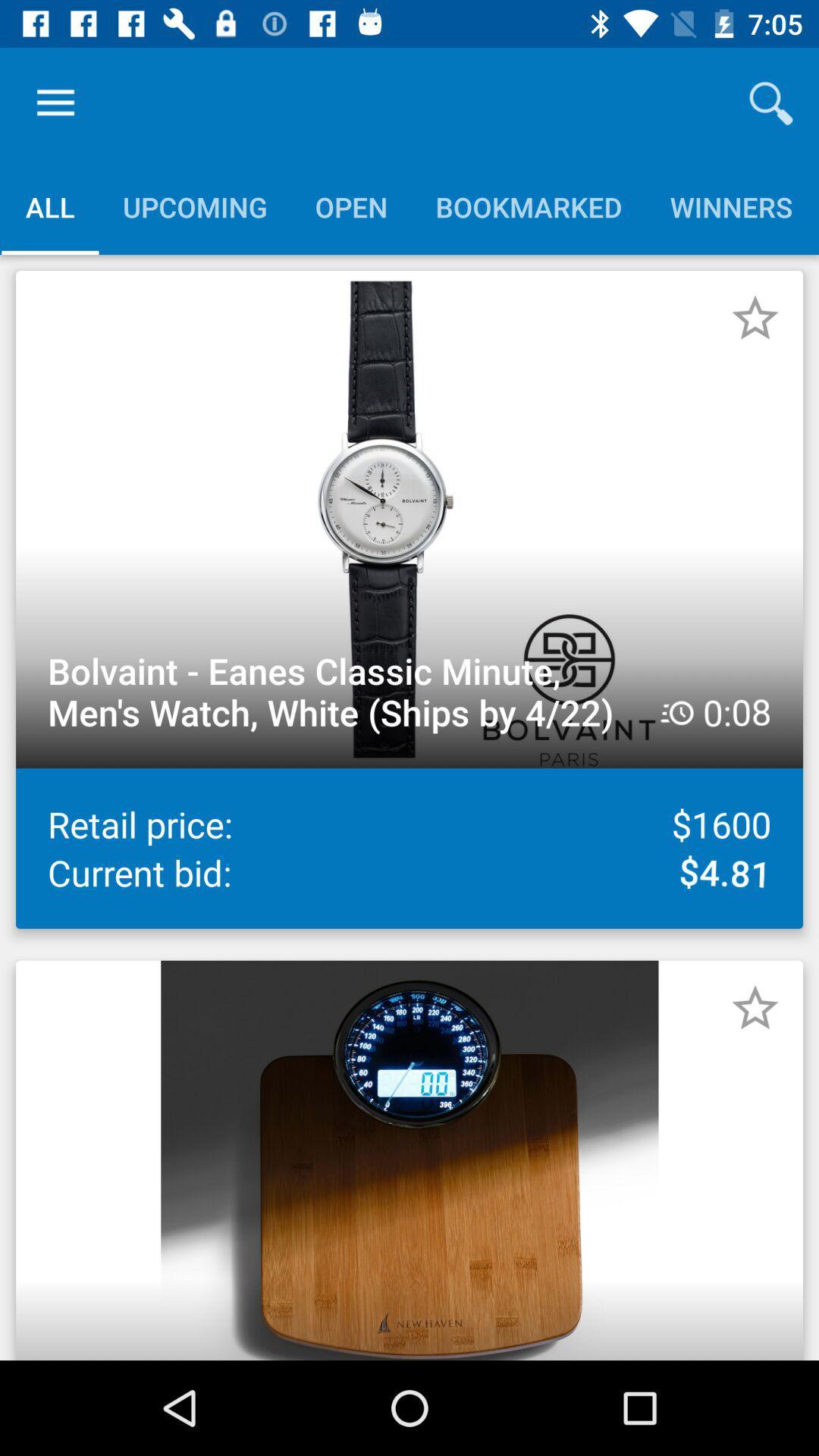 Image resolution: width=819 pixels, height=1456 pixels. I want to click on to favorites, so click(755, 318).